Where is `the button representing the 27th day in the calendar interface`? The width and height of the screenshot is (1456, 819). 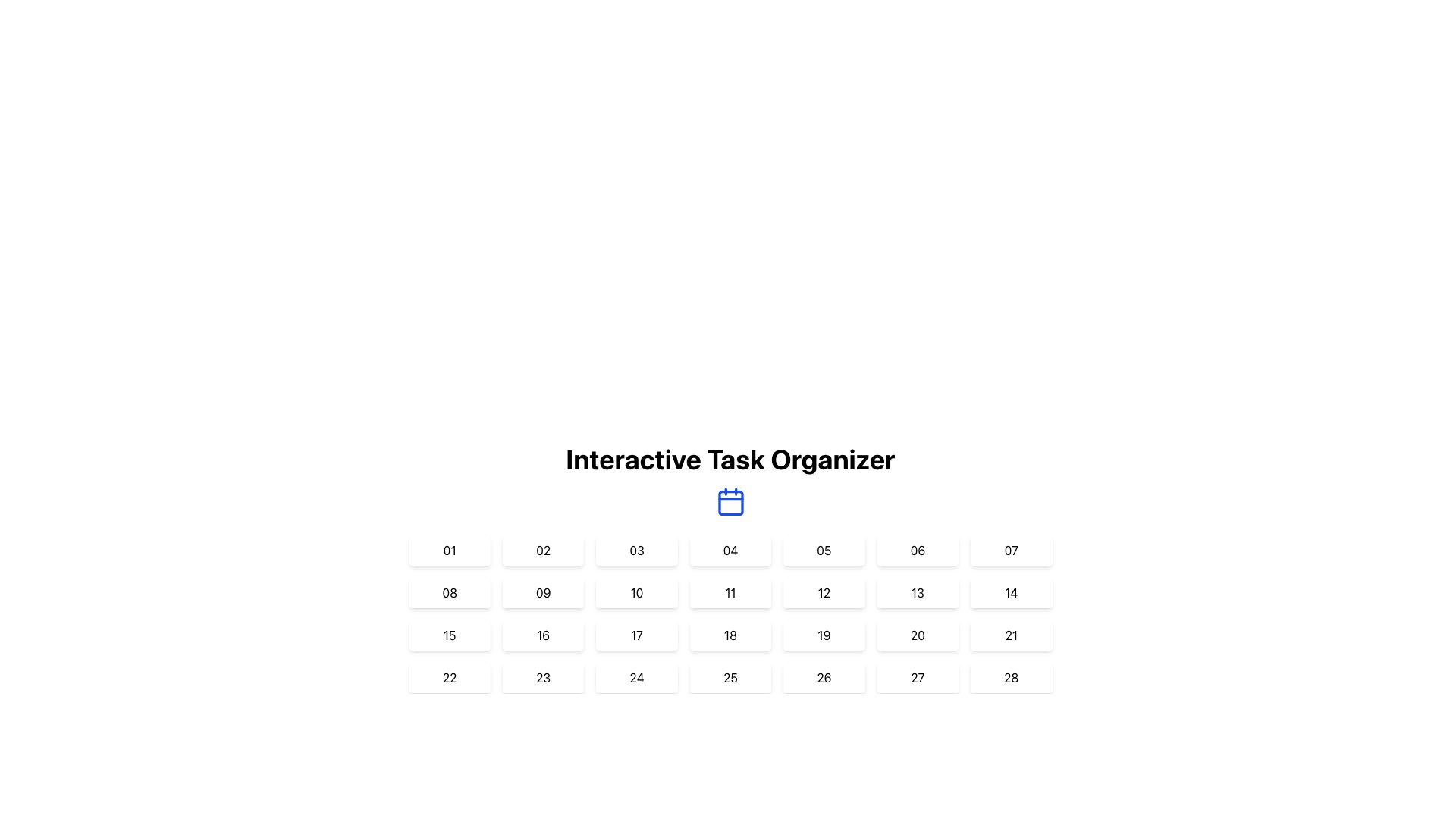
the button representing the 27th day in the calendar interface is located at coordinates (917, 677).